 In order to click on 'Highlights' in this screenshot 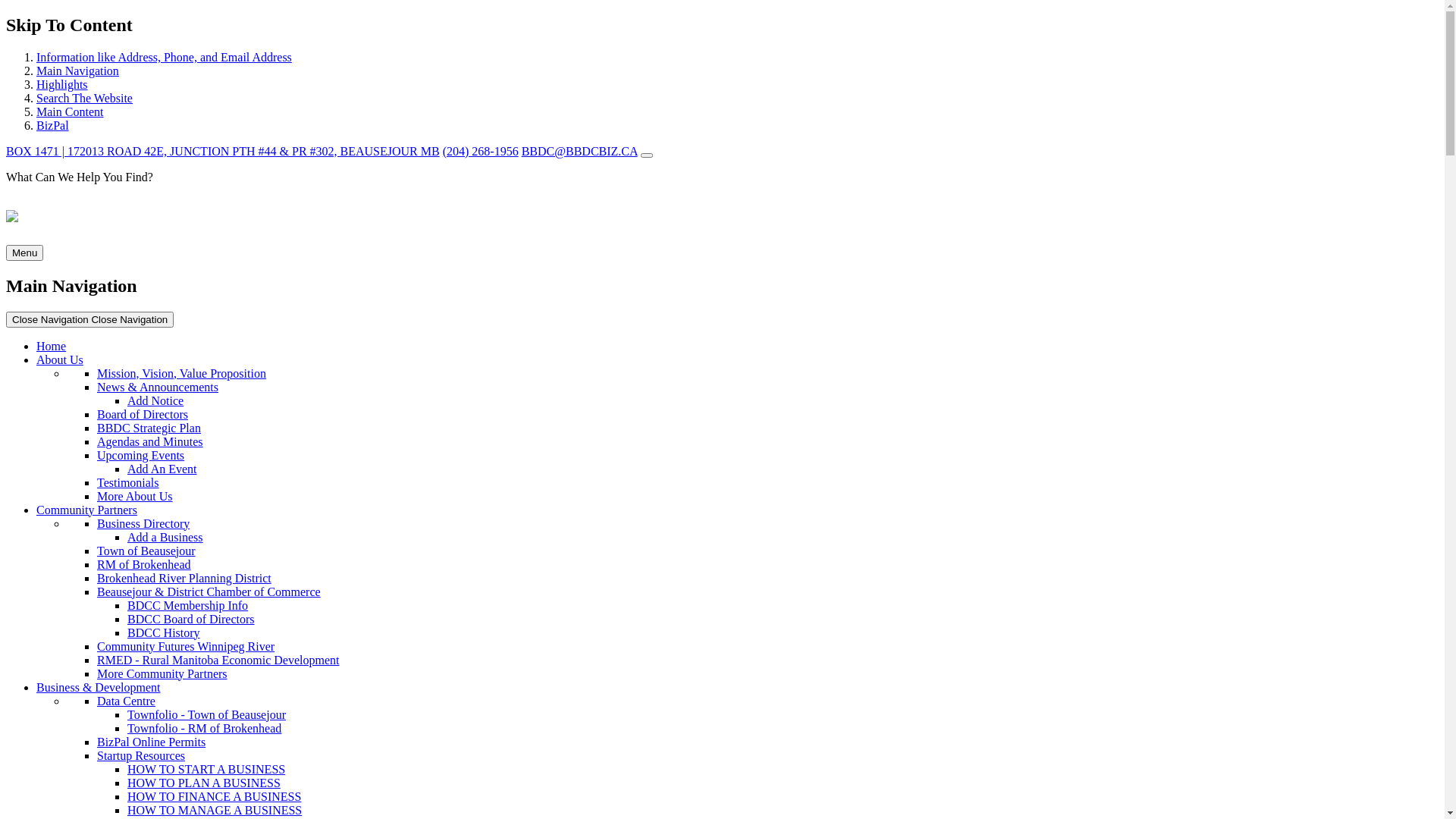, I will do `click(36, 84)`.